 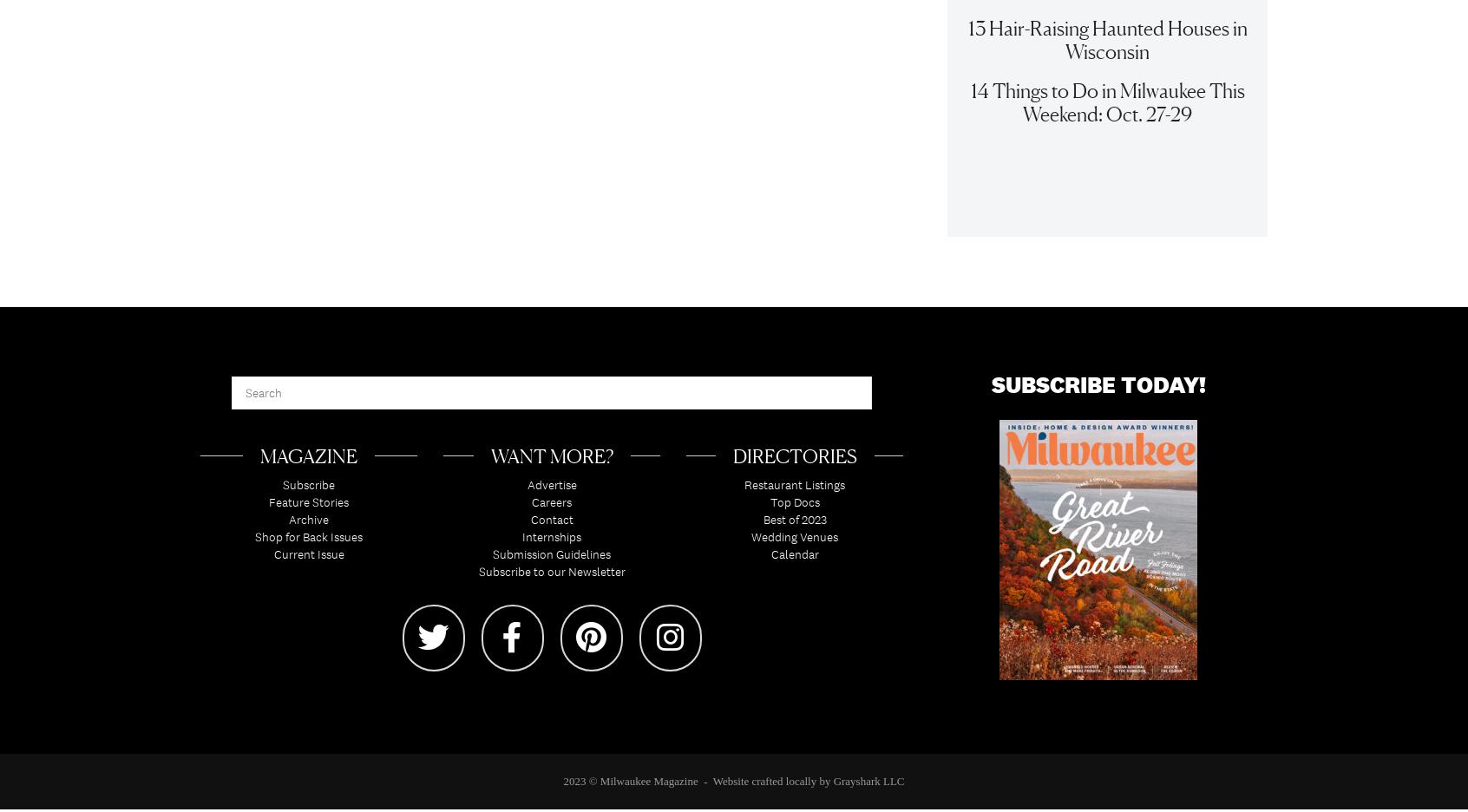 I want to click on 'Magazine', so click(x=308, y=464).